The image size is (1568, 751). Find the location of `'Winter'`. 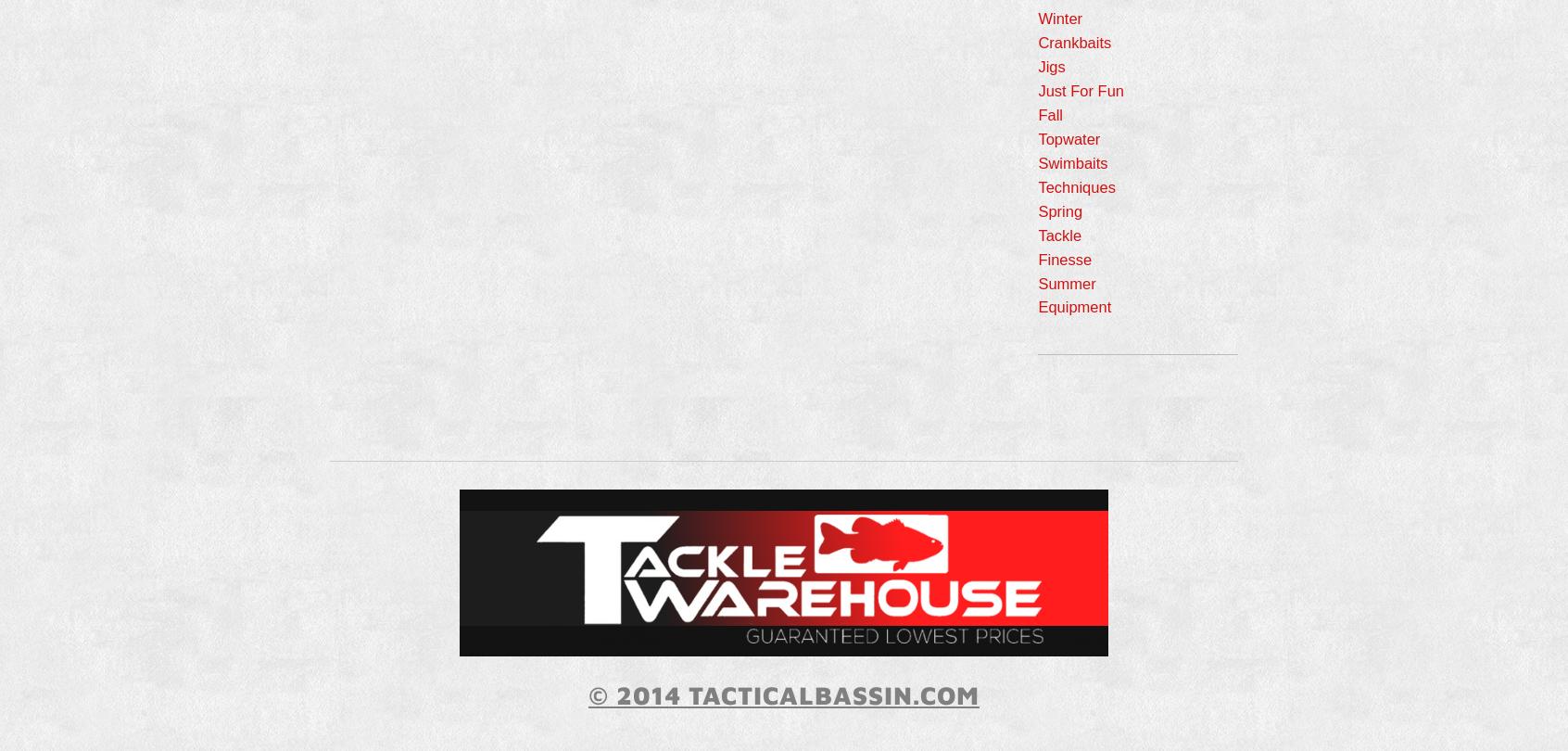

'Winter' is located at coordinates (1058, 19).